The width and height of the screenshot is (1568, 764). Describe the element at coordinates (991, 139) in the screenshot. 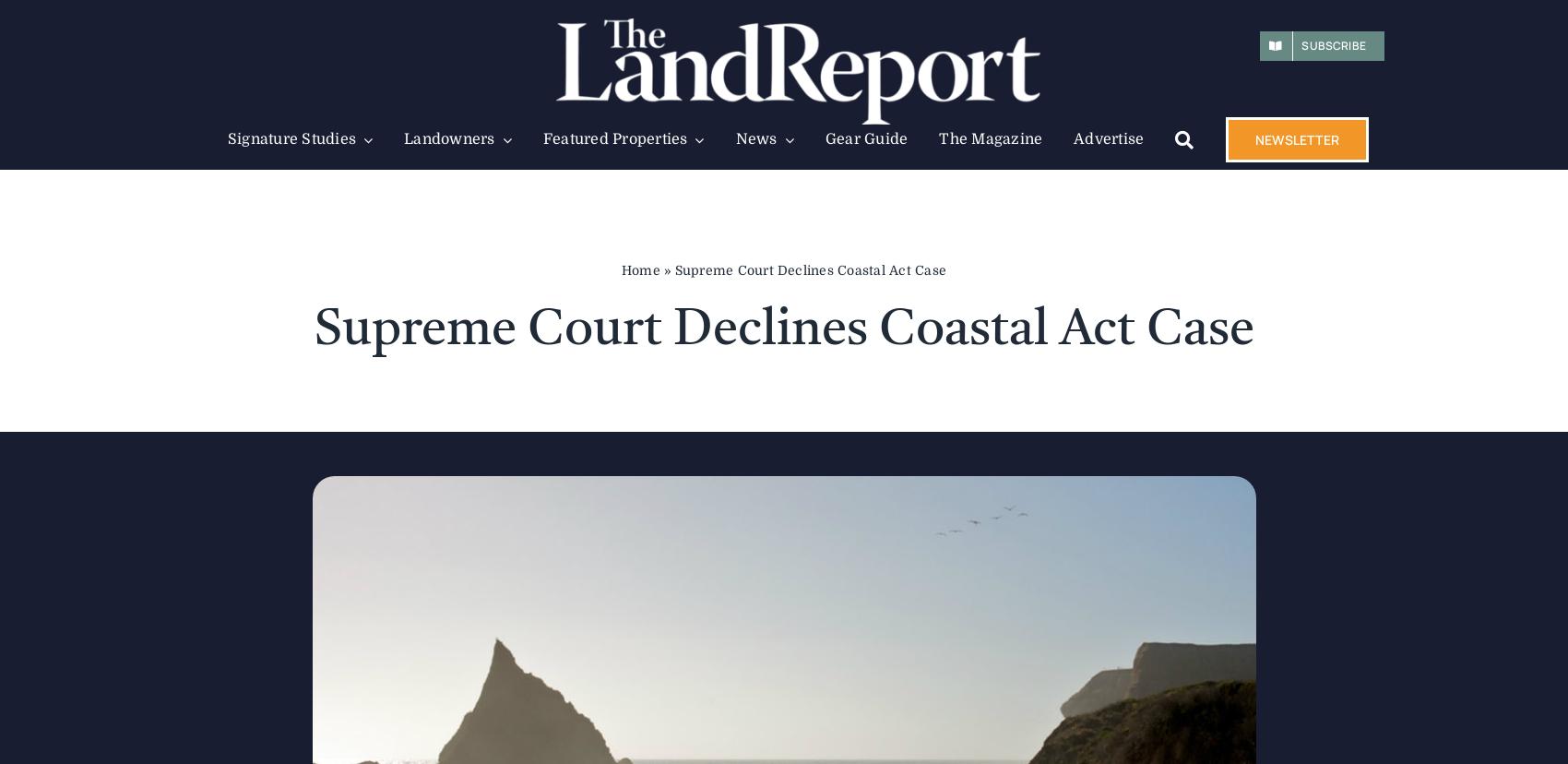

I see `'The Magazine'` at that location.